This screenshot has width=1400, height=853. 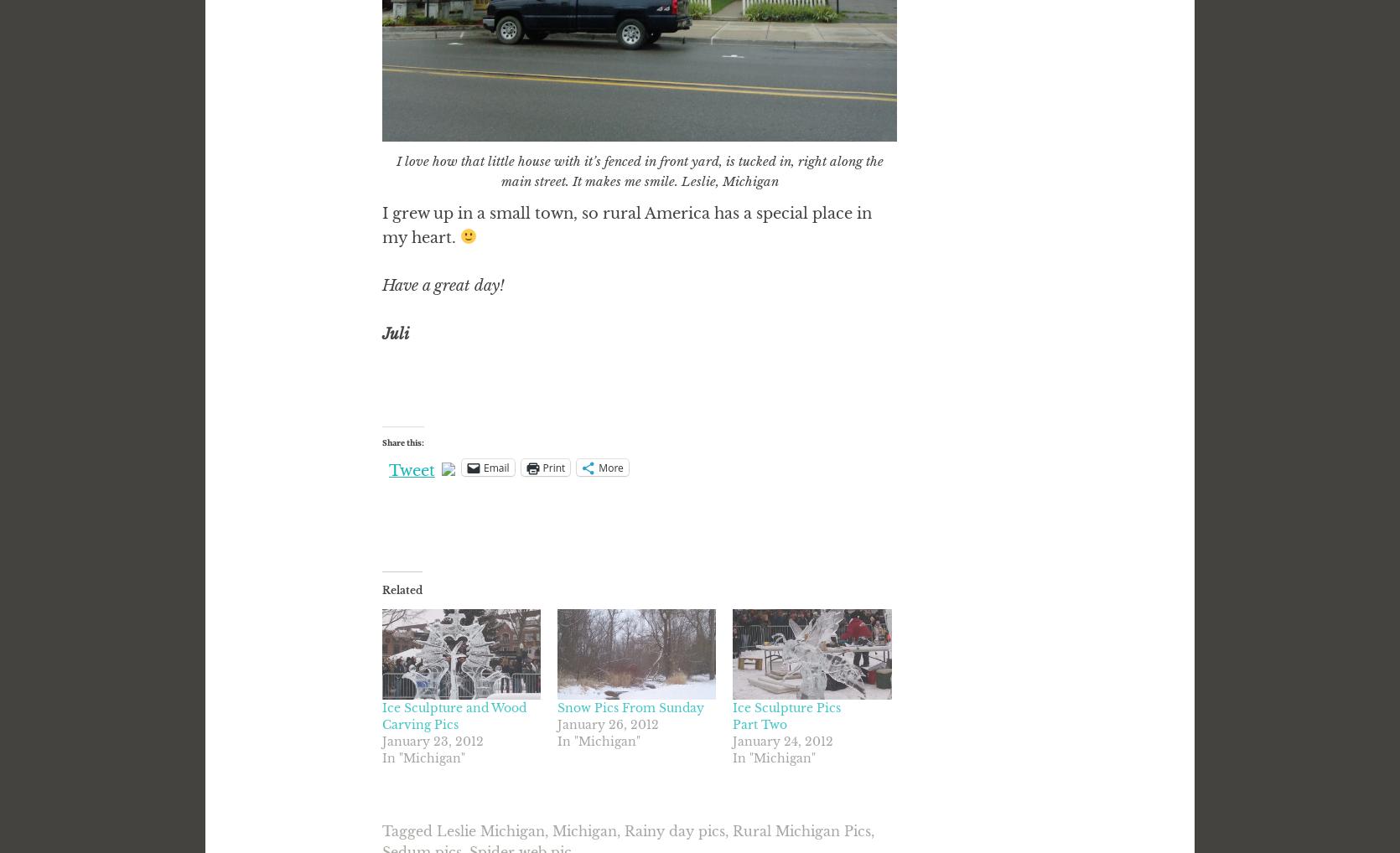 I want to click on 'Tagged', so click(x=381, y=830).